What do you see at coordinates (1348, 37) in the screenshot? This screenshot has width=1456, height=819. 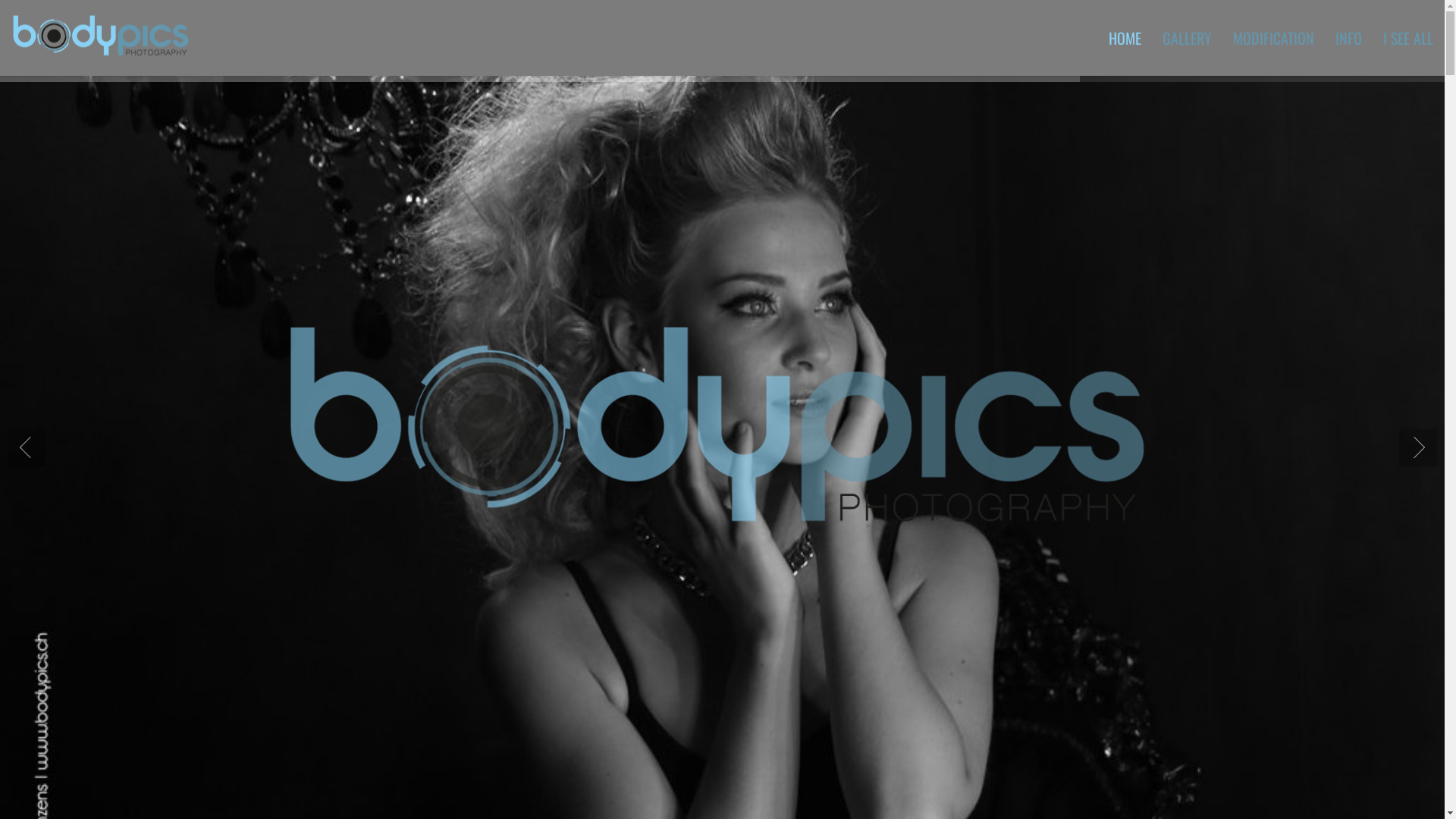 I see `'INFO'` at bounding box center [1348, 37].